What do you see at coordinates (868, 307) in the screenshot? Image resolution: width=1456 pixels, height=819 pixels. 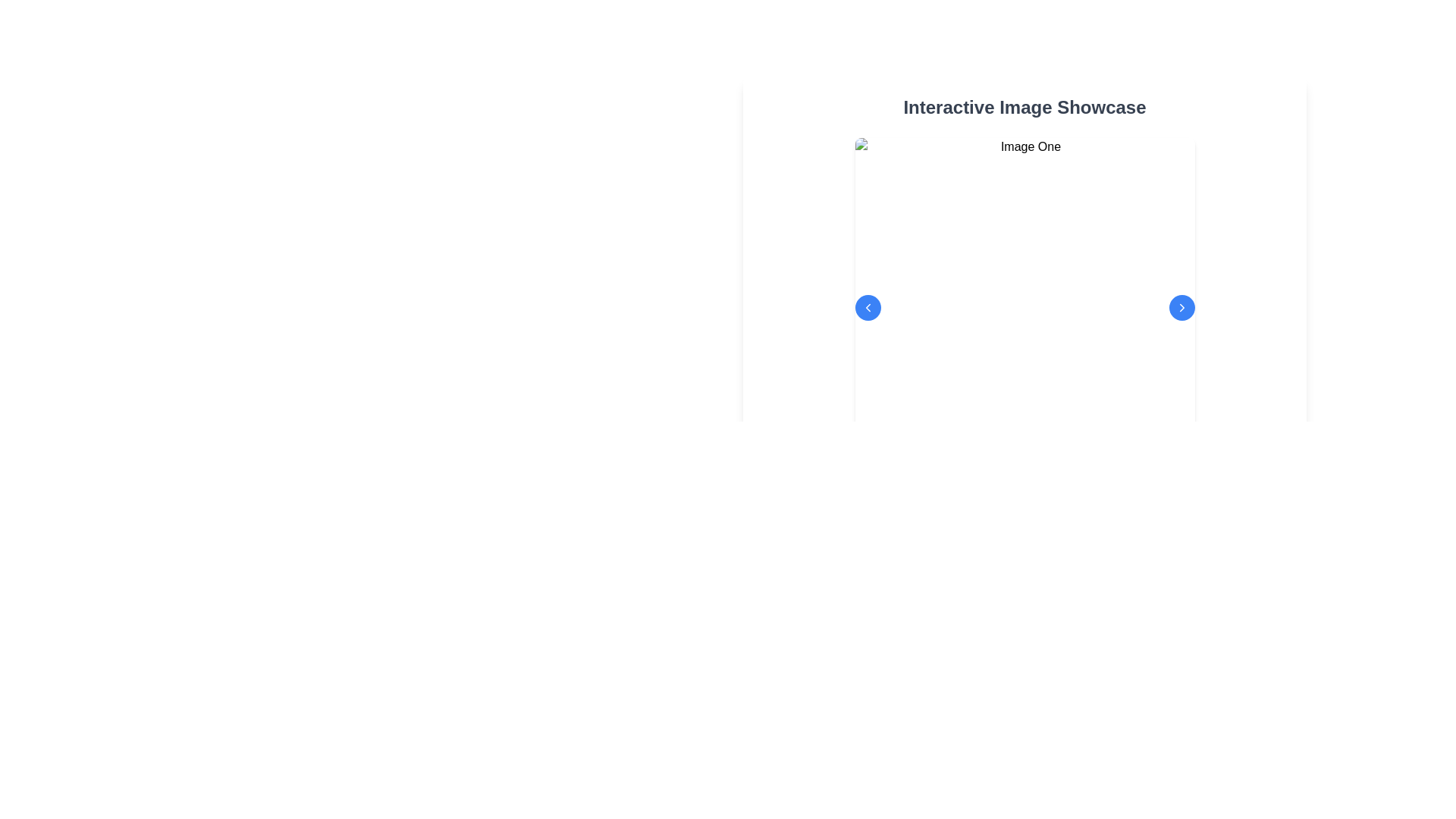 I see `the left navigation button that allows users to move to the previous image in the sequence, located near 'Image One'` at bounding box center [868, 307].